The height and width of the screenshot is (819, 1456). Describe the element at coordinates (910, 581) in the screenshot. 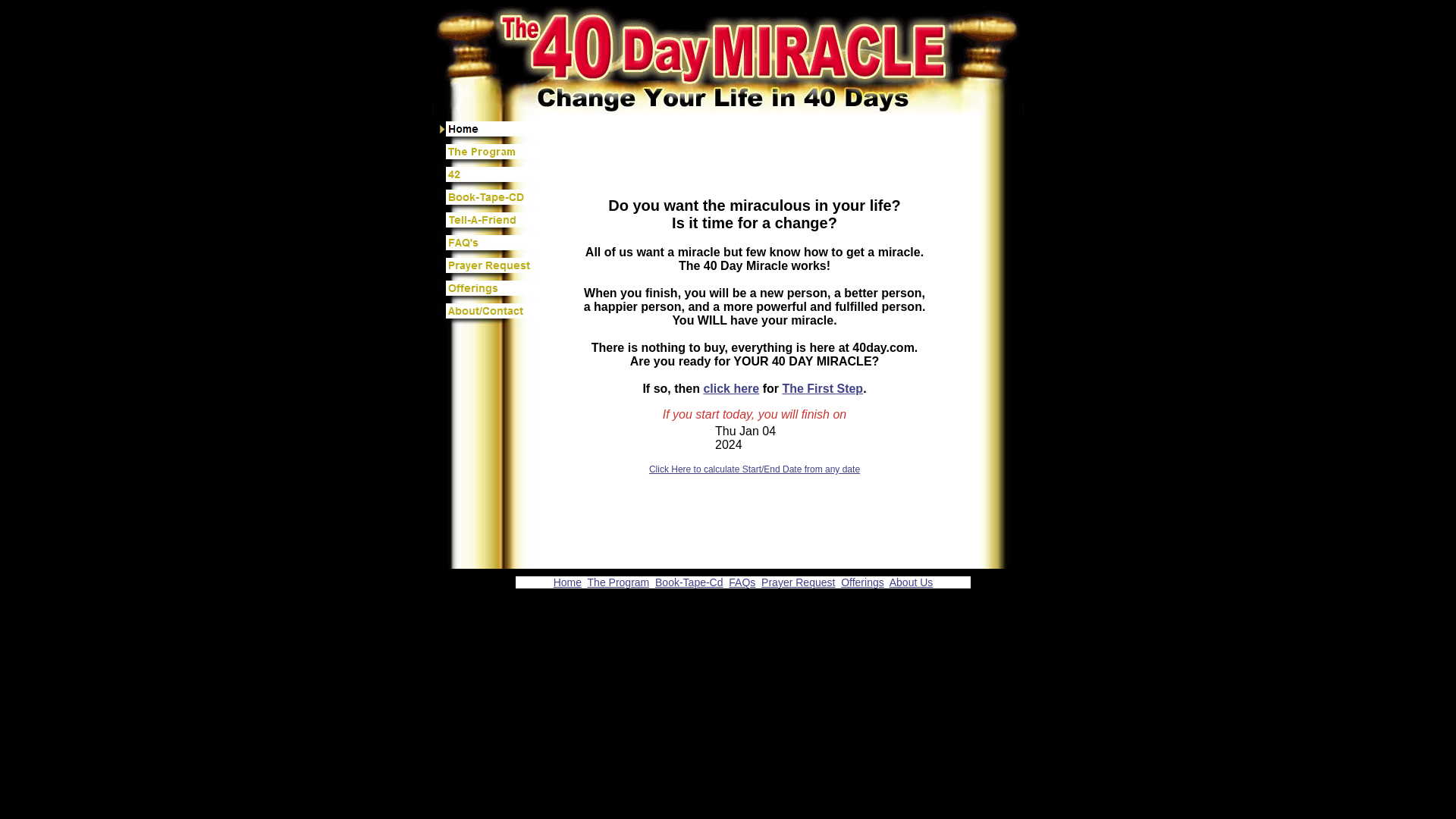

I see `'About Us'` at that location.